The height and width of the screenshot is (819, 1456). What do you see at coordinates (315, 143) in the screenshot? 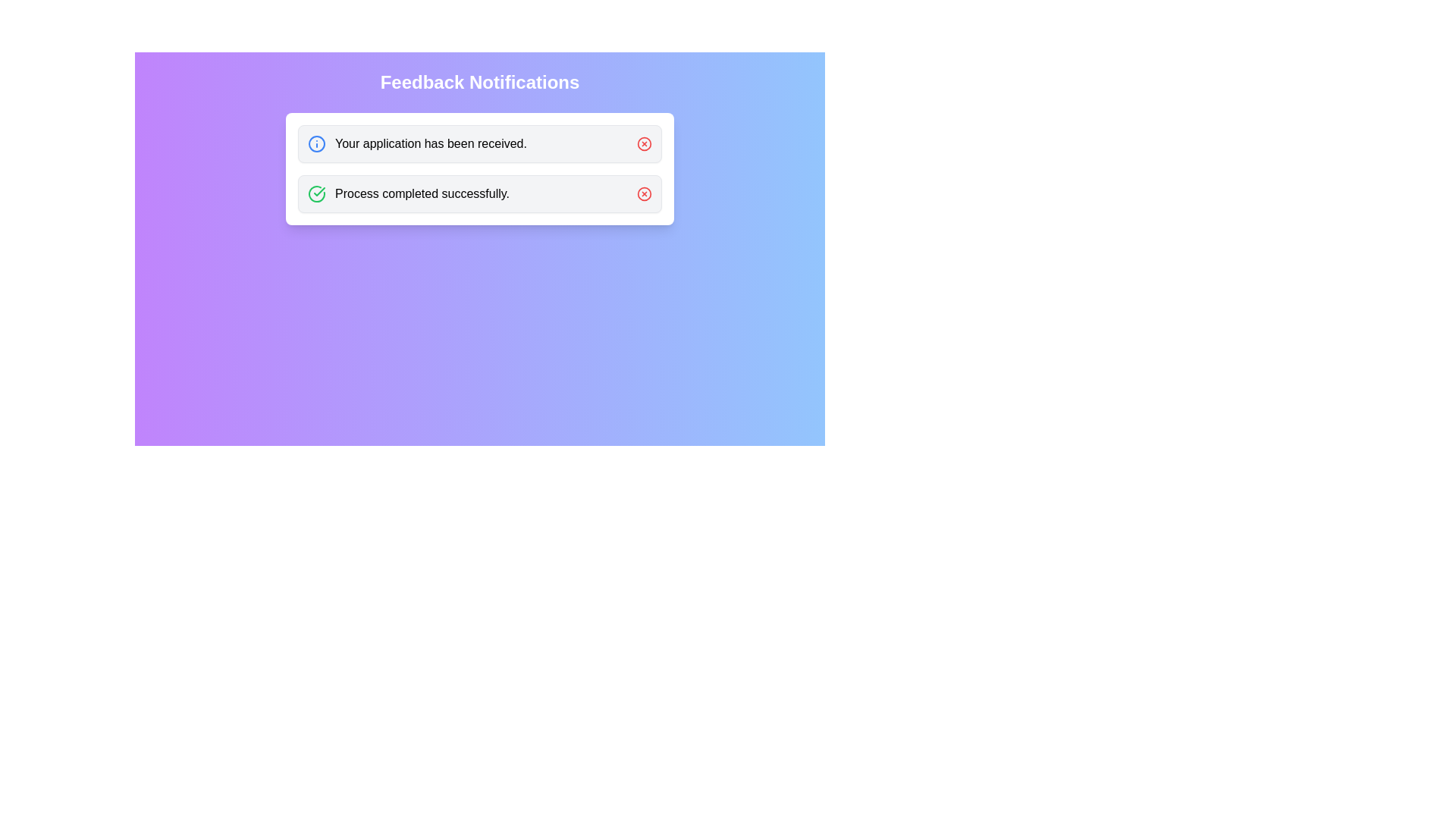
I see `the circular shape of the information icon, which is part of an SVG graphic styled with a blue stroke and located in the top notification card next to the text 'Your application has been received.'` at bounding box center [315, 143].